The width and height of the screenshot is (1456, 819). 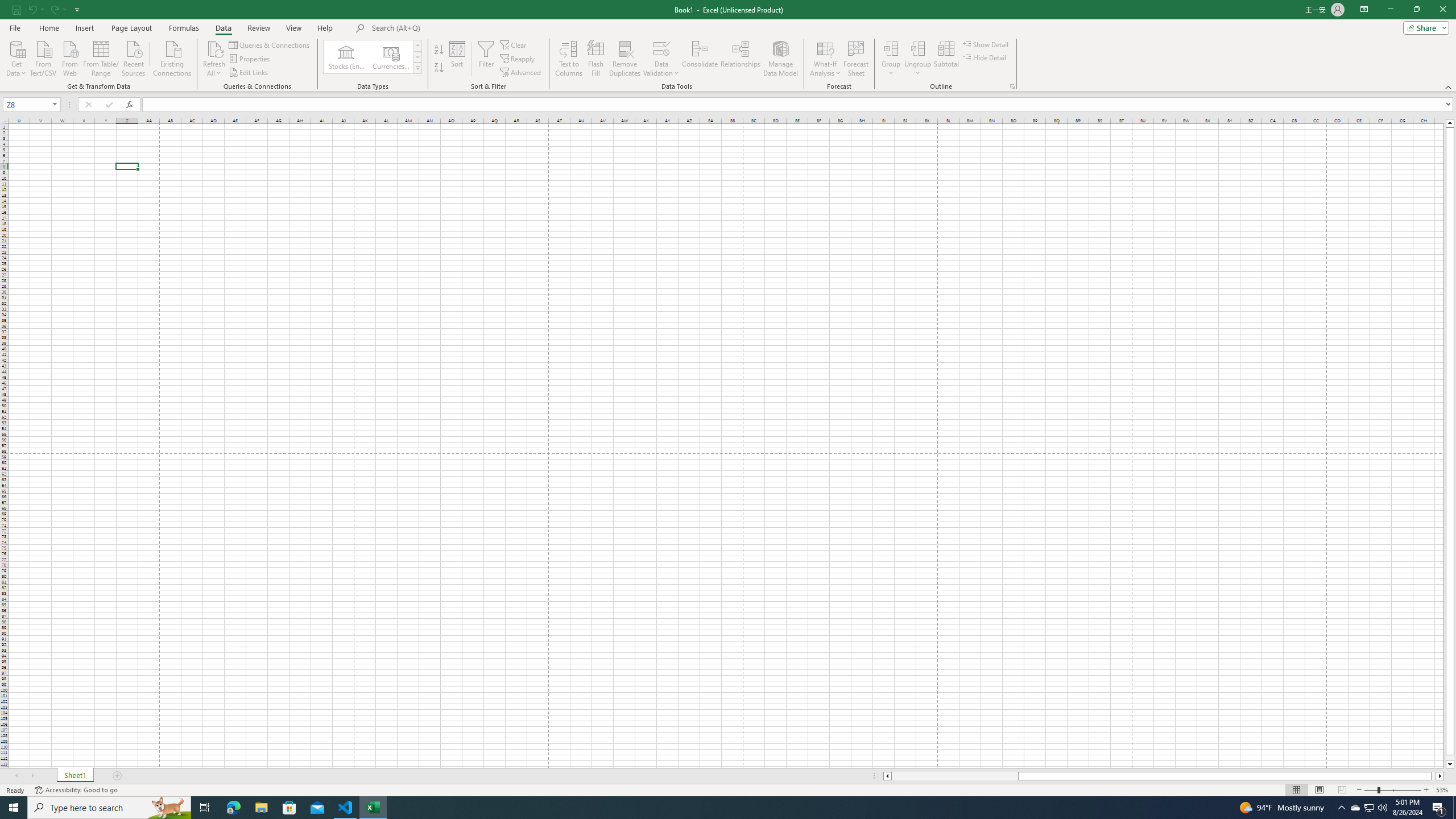 What do you see at coordinates (890, 59) in the screenshot?
I see `'Group...'` at bounding box center [890, 59].